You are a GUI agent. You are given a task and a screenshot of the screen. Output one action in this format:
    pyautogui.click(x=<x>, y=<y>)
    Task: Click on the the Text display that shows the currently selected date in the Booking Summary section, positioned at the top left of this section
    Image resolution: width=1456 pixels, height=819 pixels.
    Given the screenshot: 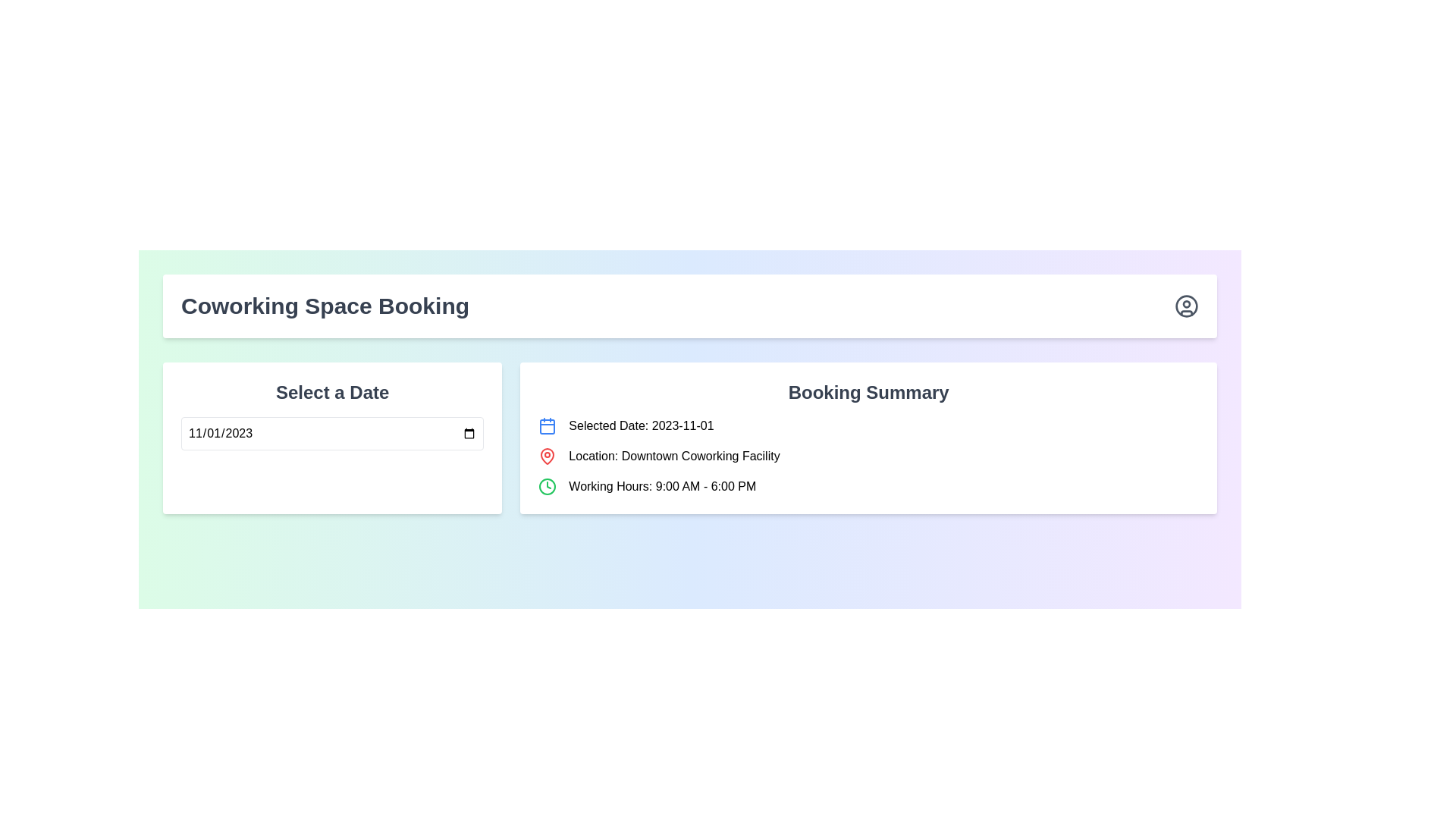 What is the action you would take?
    pyautogui.click(x=641, y=426)
    